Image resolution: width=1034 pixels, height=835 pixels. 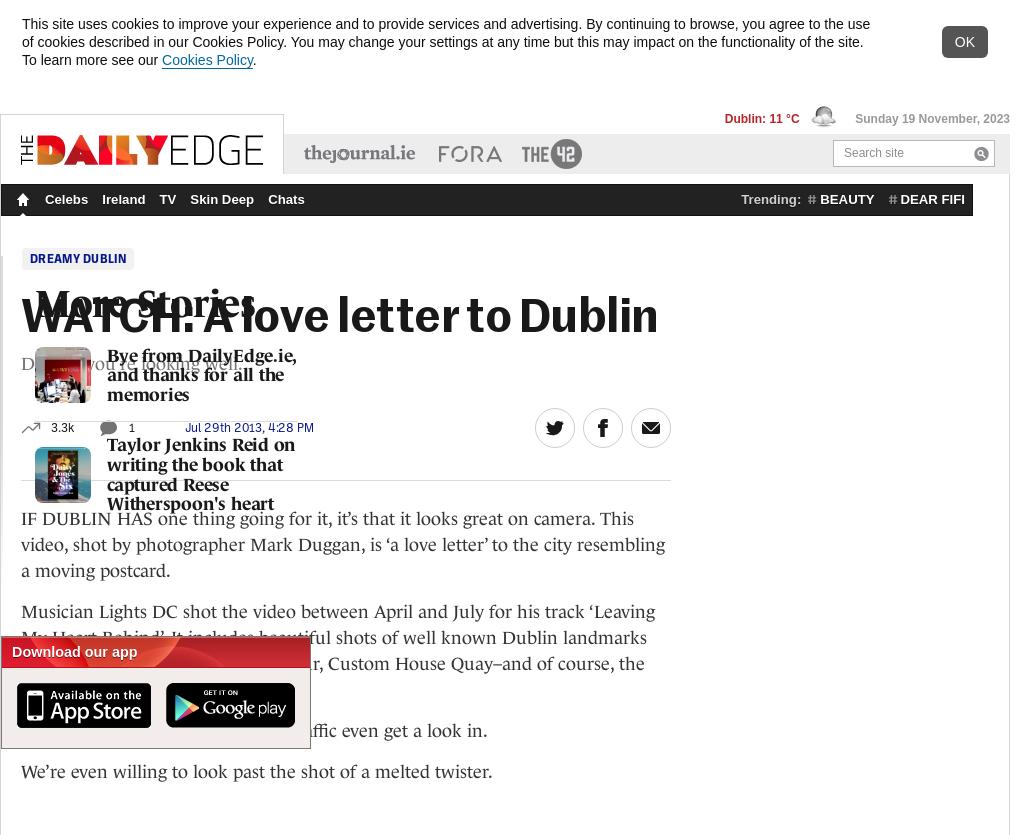 I want to click on 'Cookies Policy', so click(x=207, y=60).